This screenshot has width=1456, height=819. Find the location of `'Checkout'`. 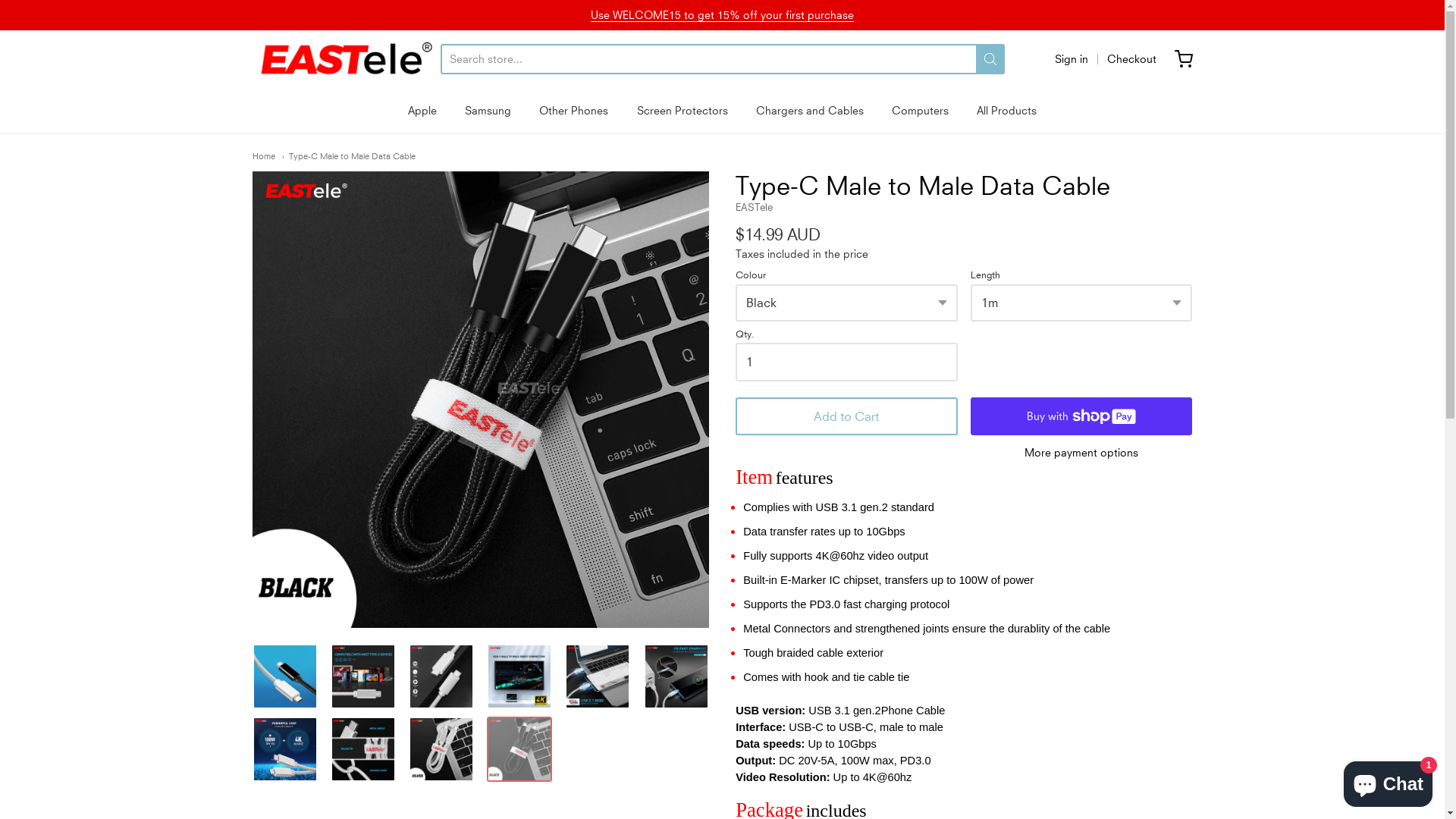

'Checkout' is located at coordinates (1131, 58).